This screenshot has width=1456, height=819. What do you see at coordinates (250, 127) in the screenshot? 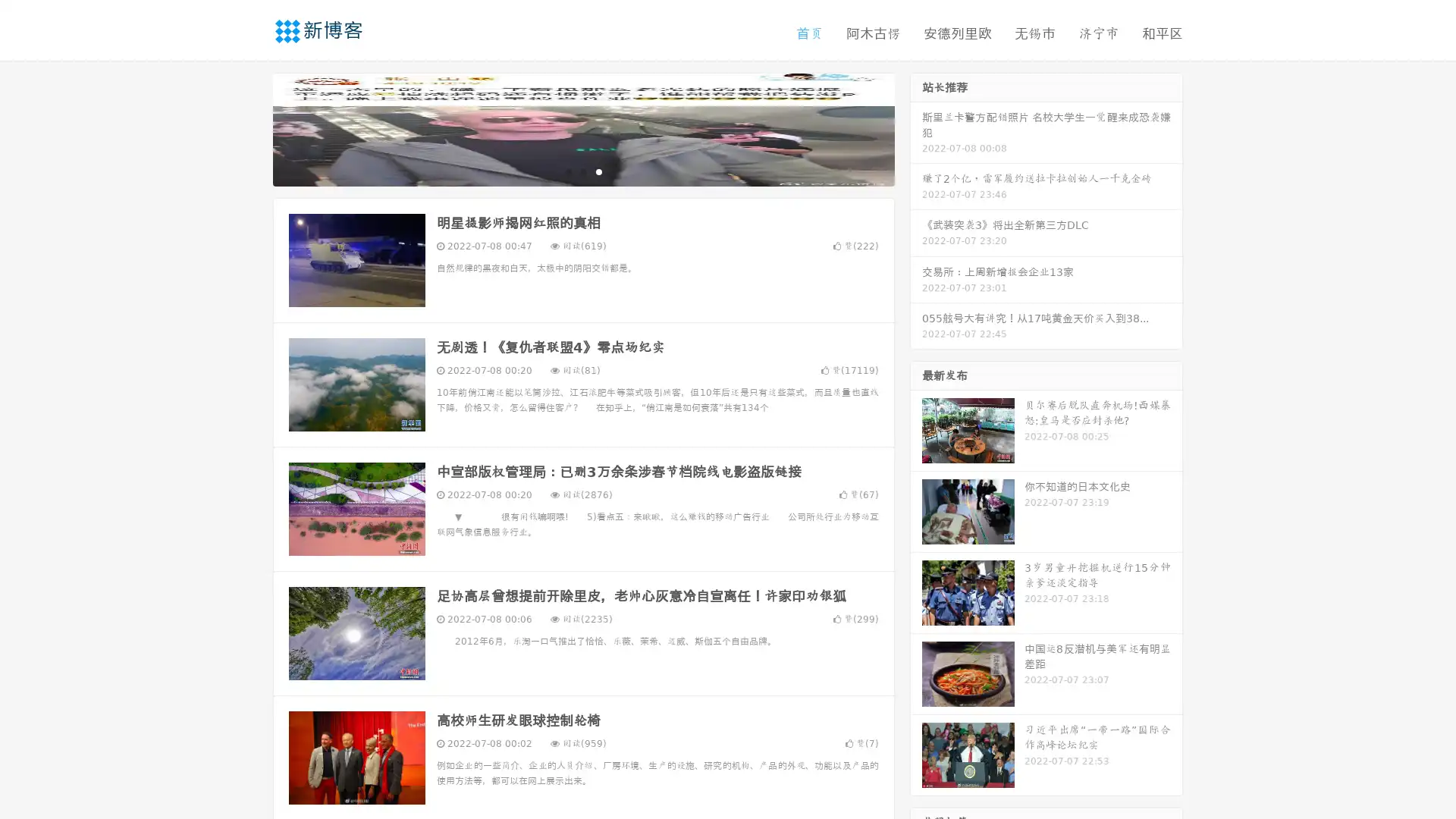
I see `Previous slide` at bounding box center [250, 127].